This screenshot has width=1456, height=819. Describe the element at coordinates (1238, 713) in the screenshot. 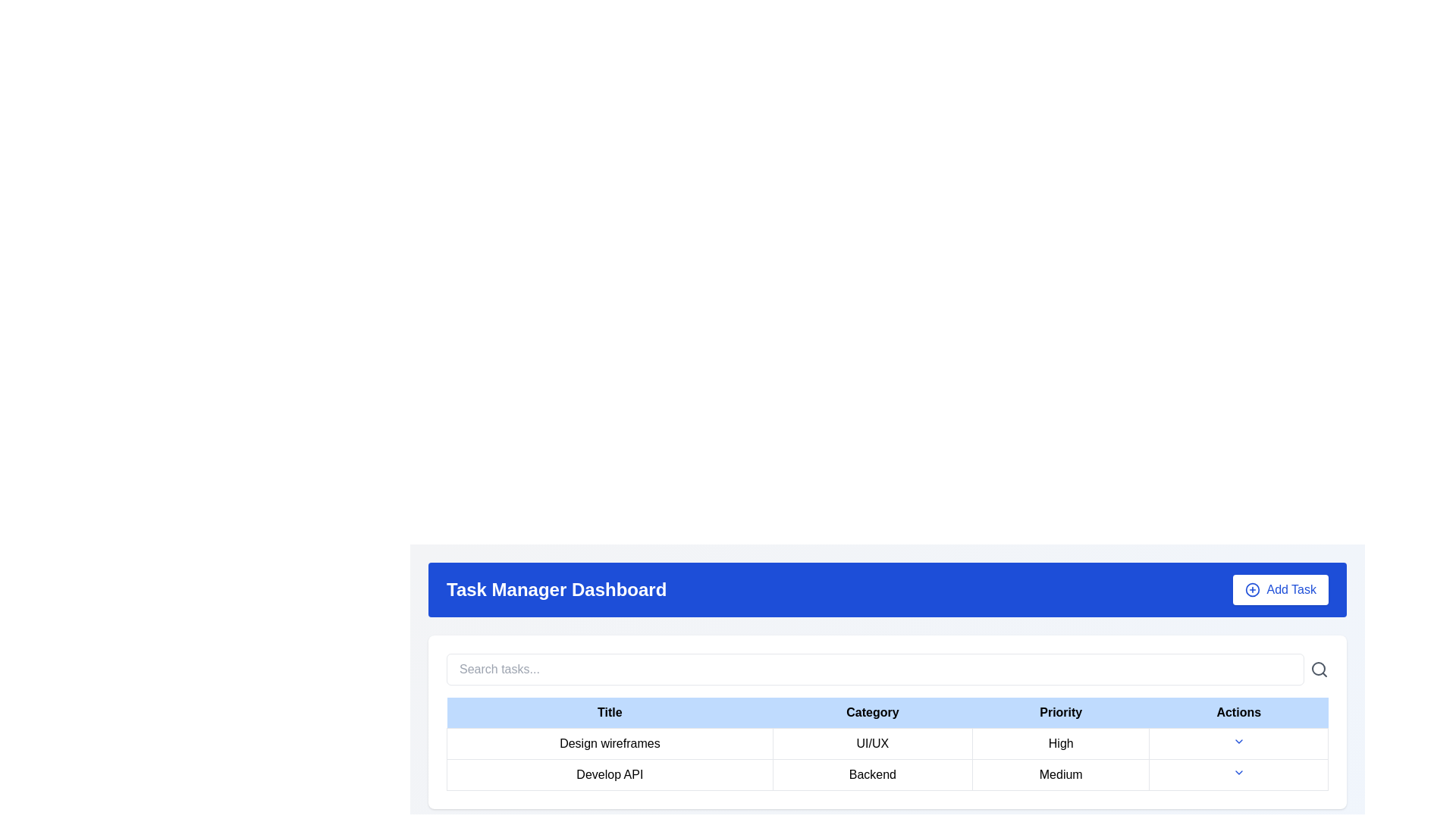

I see `the 'Actions' table header cell, which is the fourth column in the table header, indicating controls for task rows` at that location.